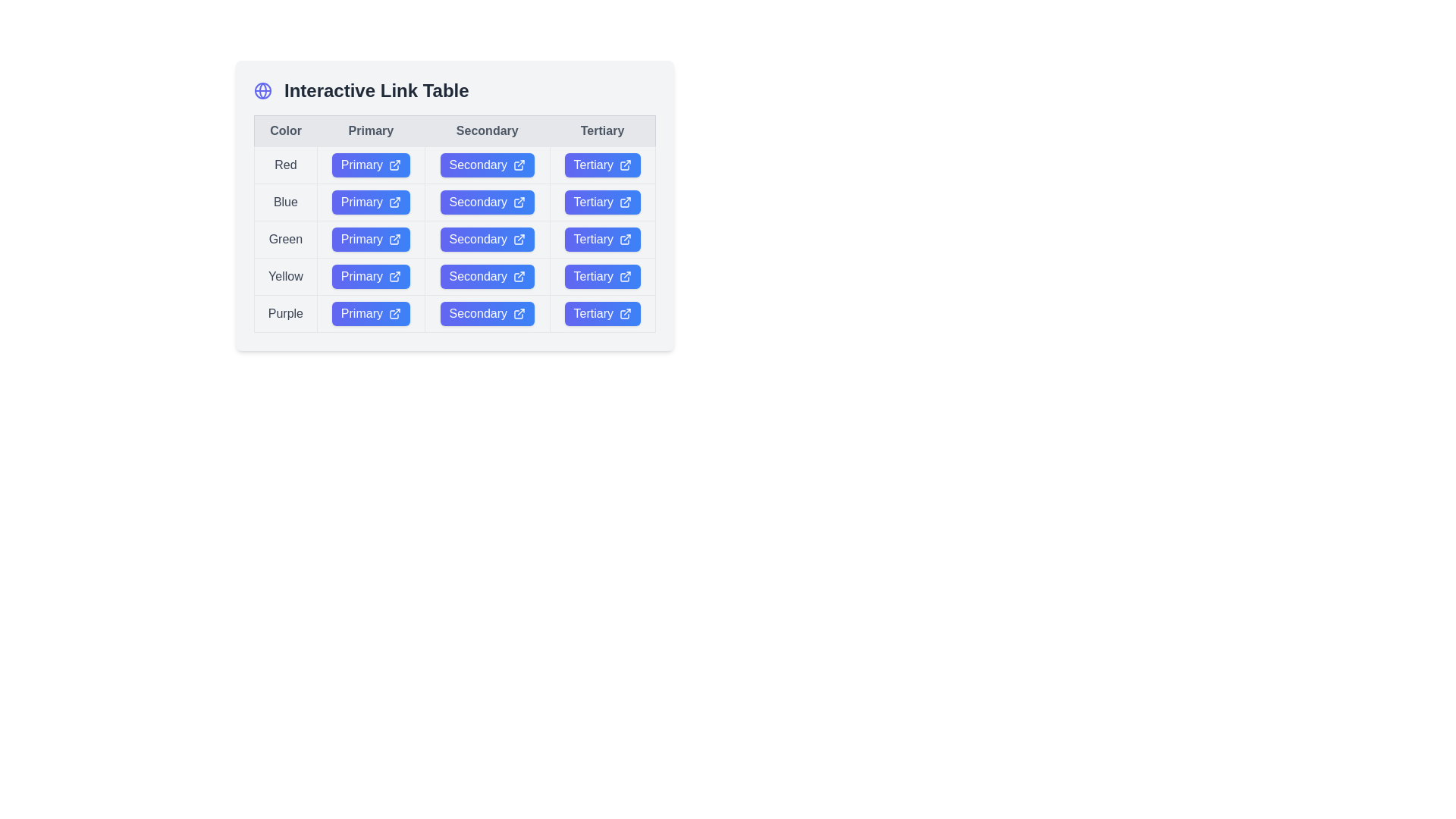 This screenshot has height=819, width=1456. Describe the element at coordinates (371, 201) in the screenshot. I see `the 'Primary' button with a gradient background and external link icon in the second row of the table under the 'Primary' column` at that location.